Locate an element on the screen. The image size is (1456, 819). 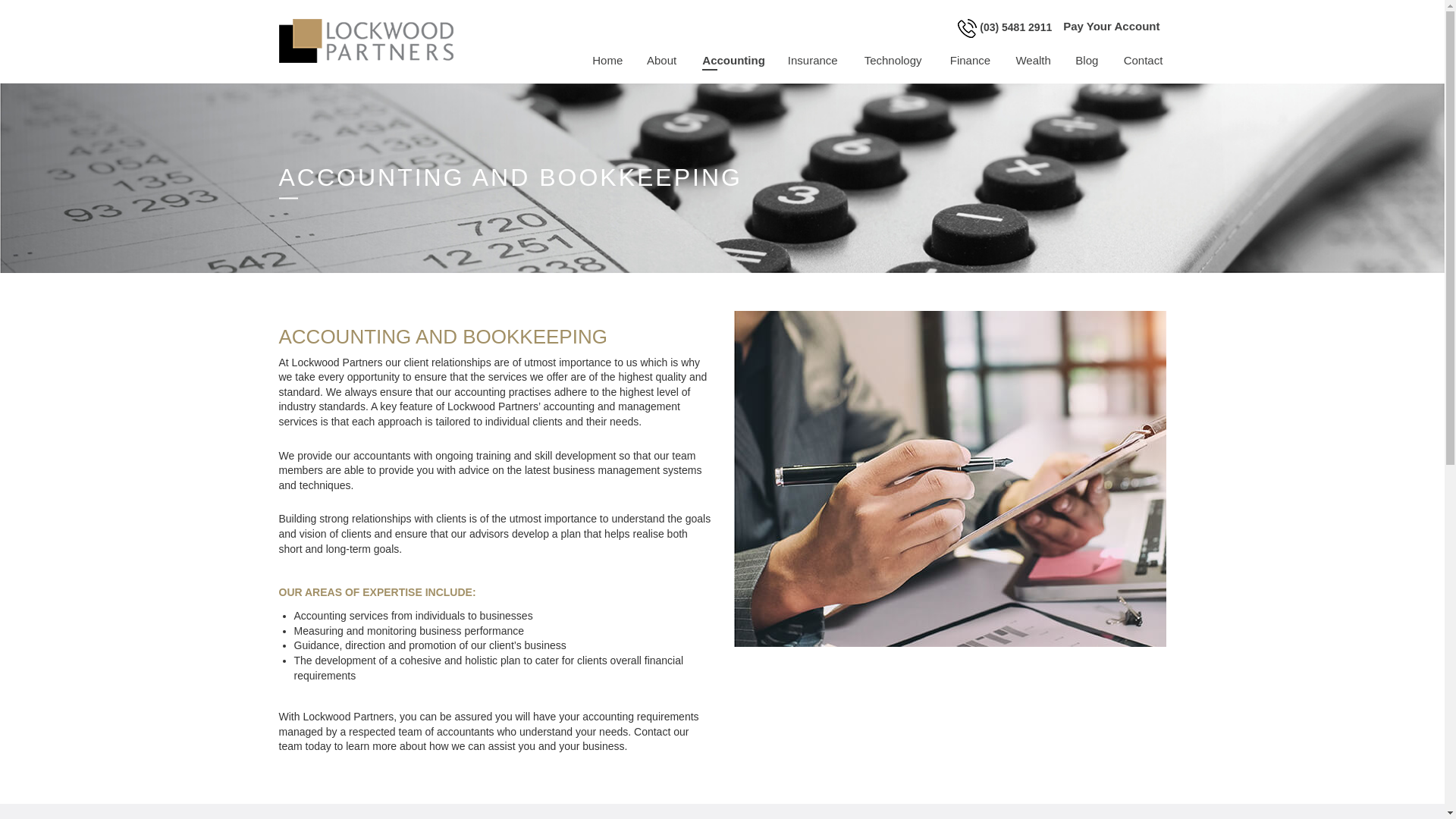
'Wealth' is located at coordinates (1004, 60).